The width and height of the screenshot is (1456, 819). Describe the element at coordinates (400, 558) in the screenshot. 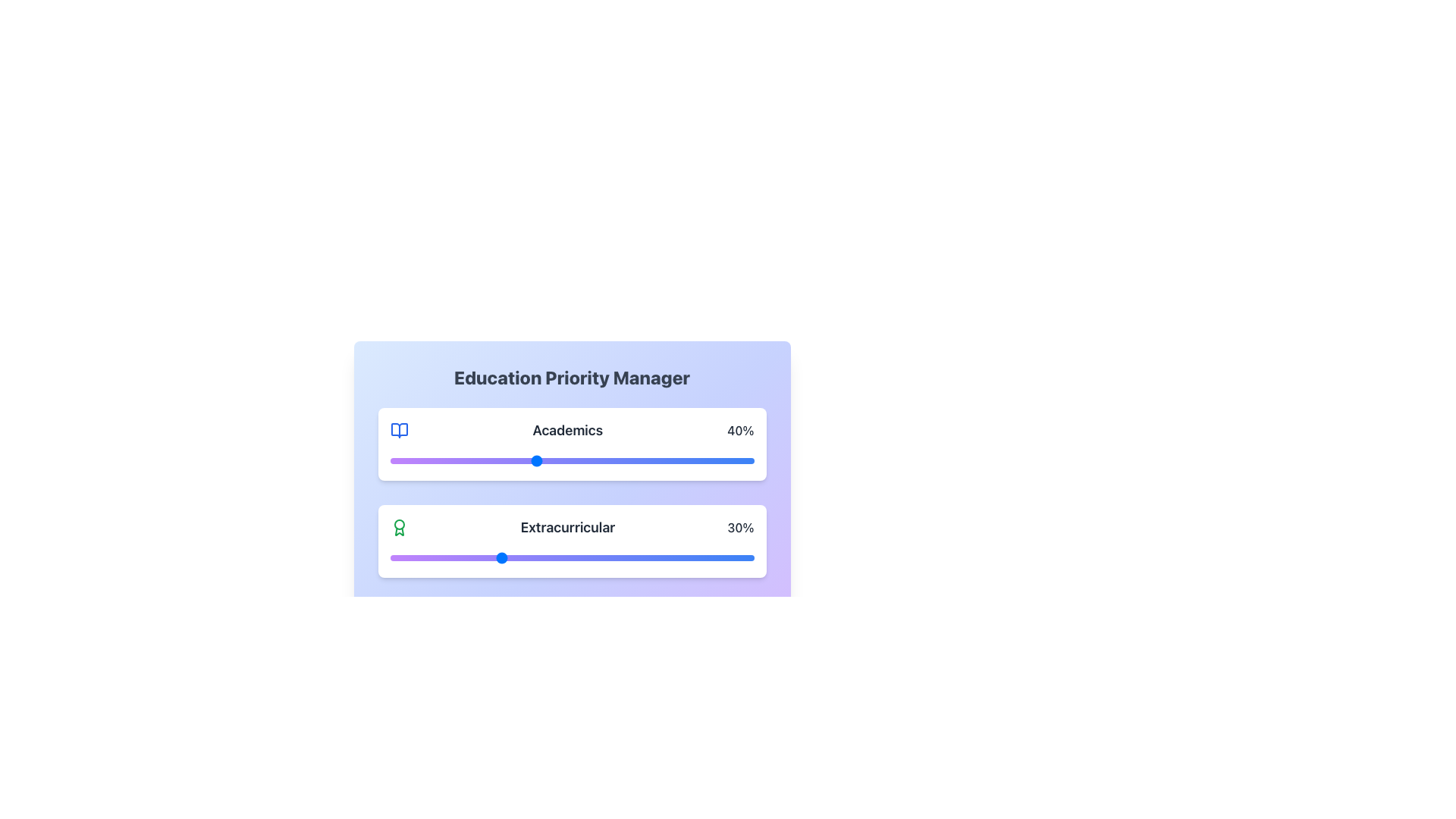

I see `'Extracurricular' value` at that location.